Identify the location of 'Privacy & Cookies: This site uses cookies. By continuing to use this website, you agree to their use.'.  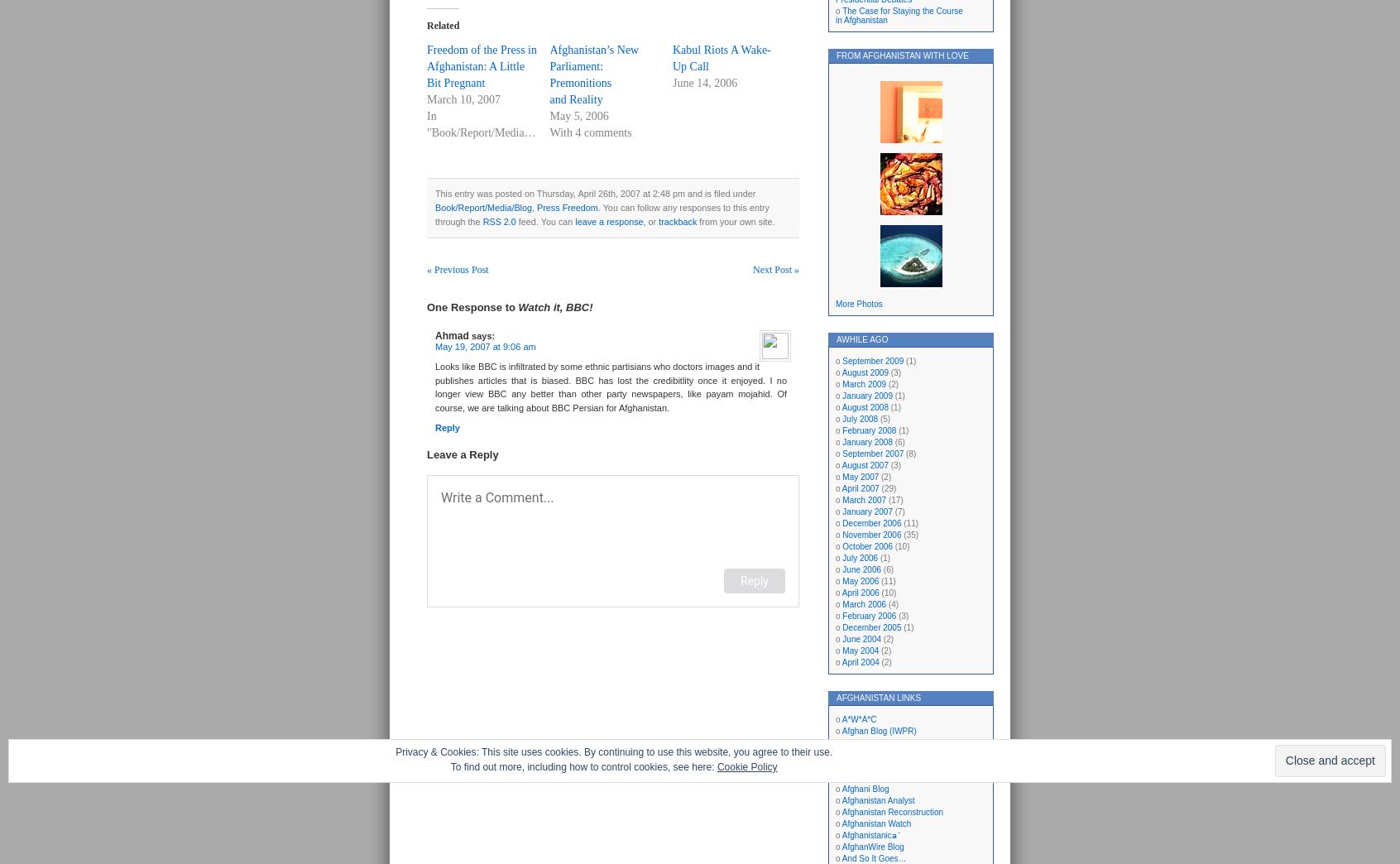
(394, 752).